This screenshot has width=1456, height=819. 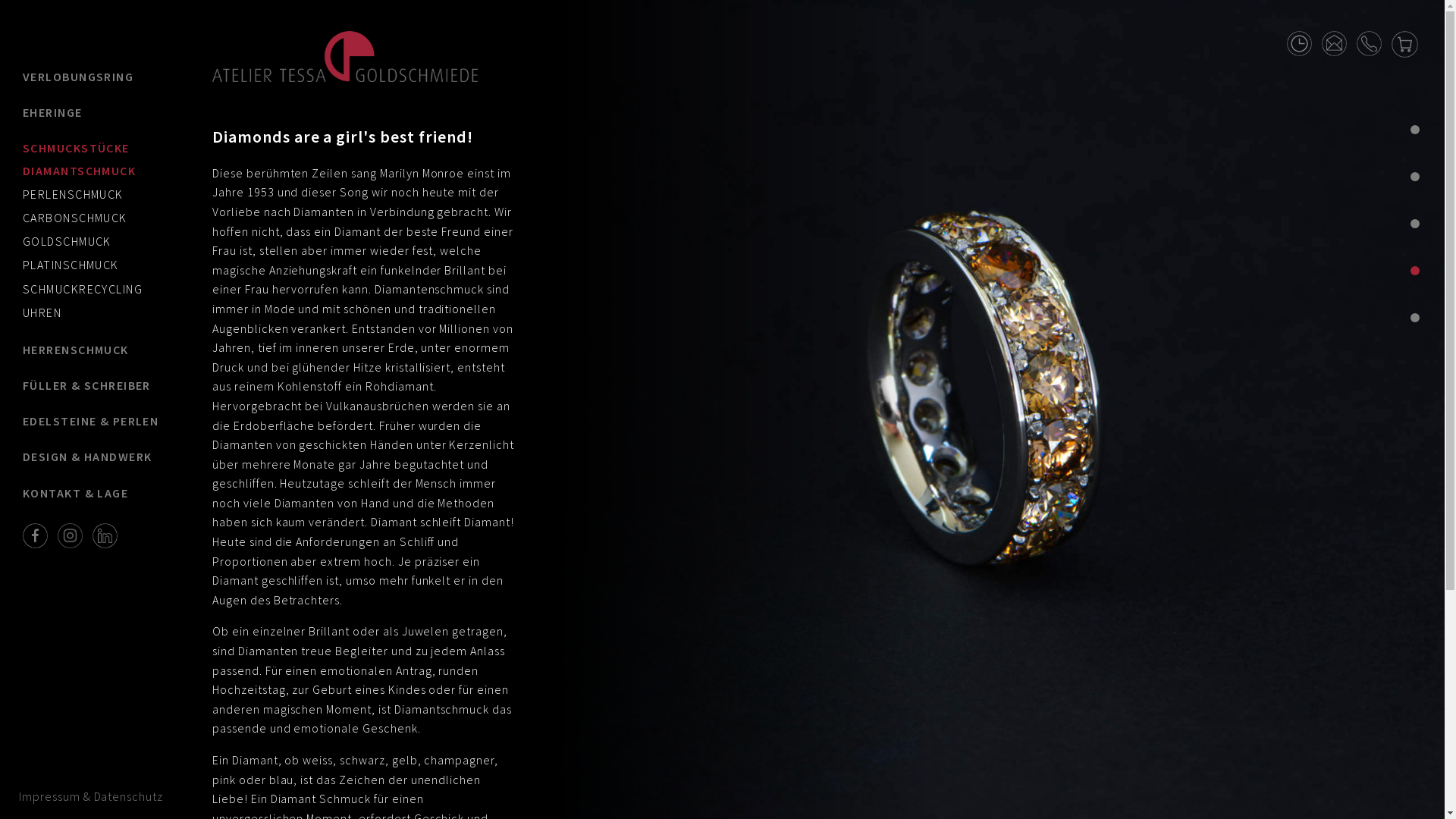 I want to click on 'SCHMUCKRECYCLING', so click(x=82, y=288).